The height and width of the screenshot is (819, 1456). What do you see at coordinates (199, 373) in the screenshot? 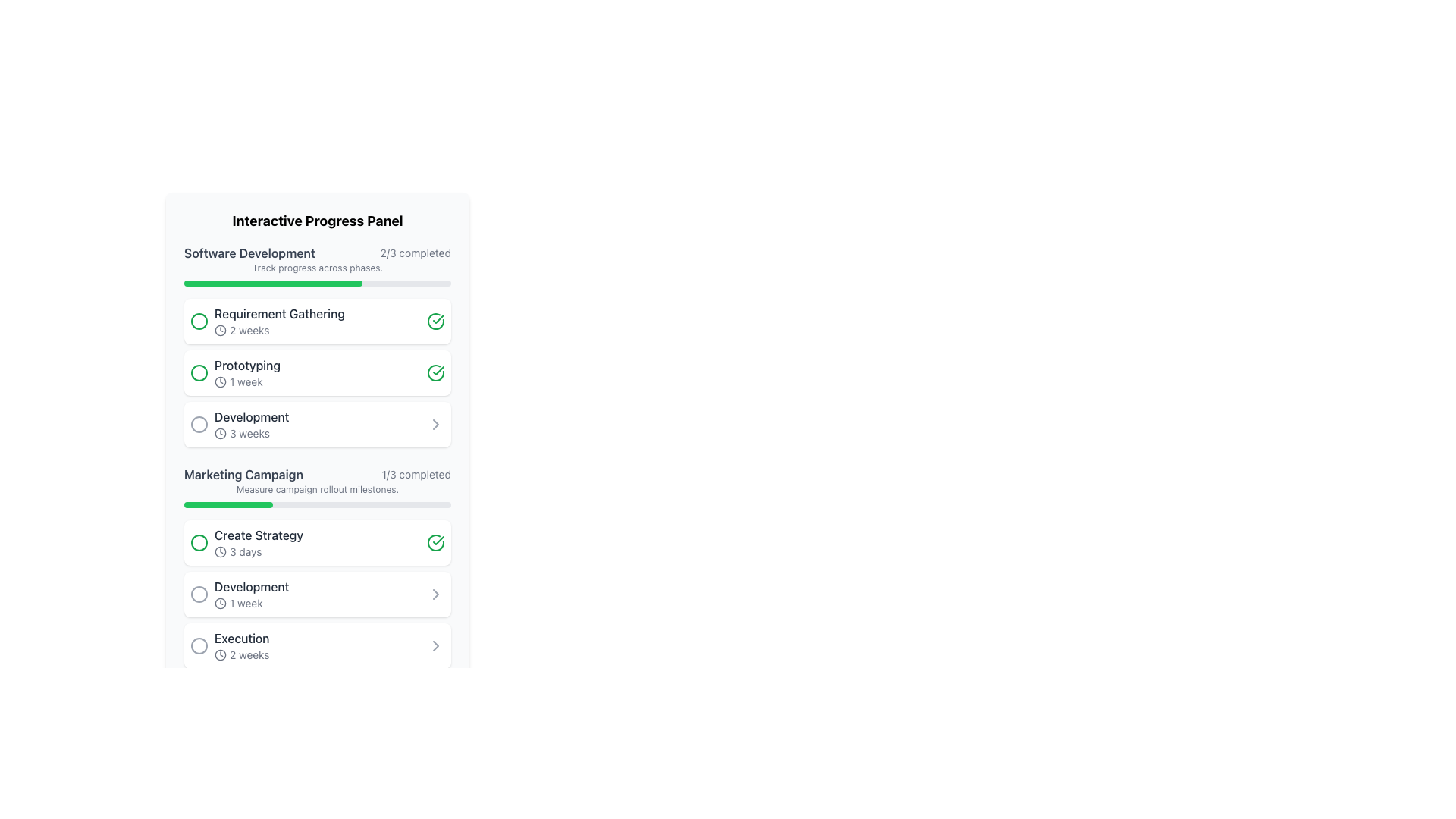
I see `the status indicator icon for the task 'Prototyping' located to the left of the text label 'Prototyping 1 week.'` at bounding box center [199, 373].